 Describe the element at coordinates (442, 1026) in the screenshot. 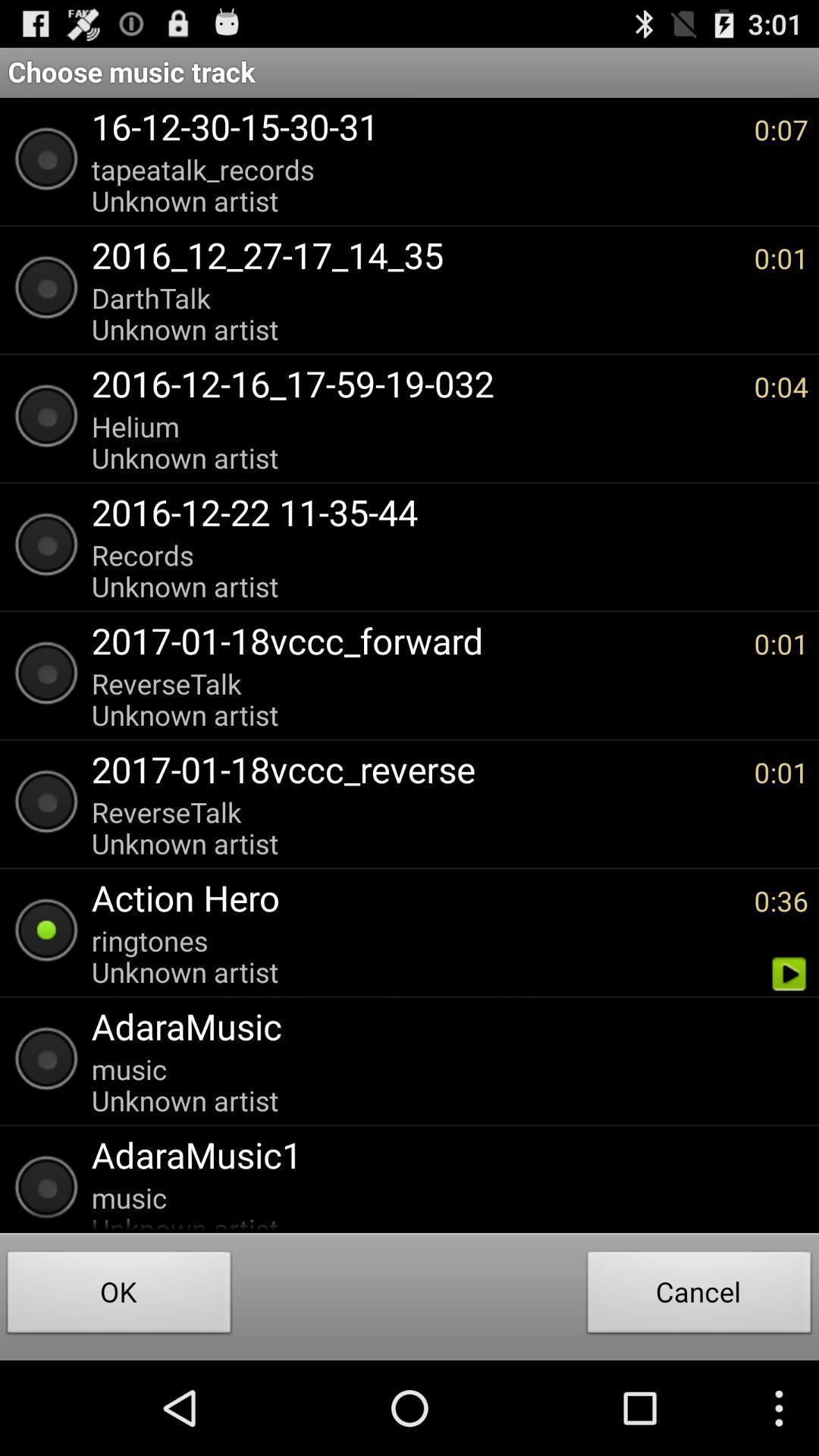

I see `the adaramusic item` at that location.